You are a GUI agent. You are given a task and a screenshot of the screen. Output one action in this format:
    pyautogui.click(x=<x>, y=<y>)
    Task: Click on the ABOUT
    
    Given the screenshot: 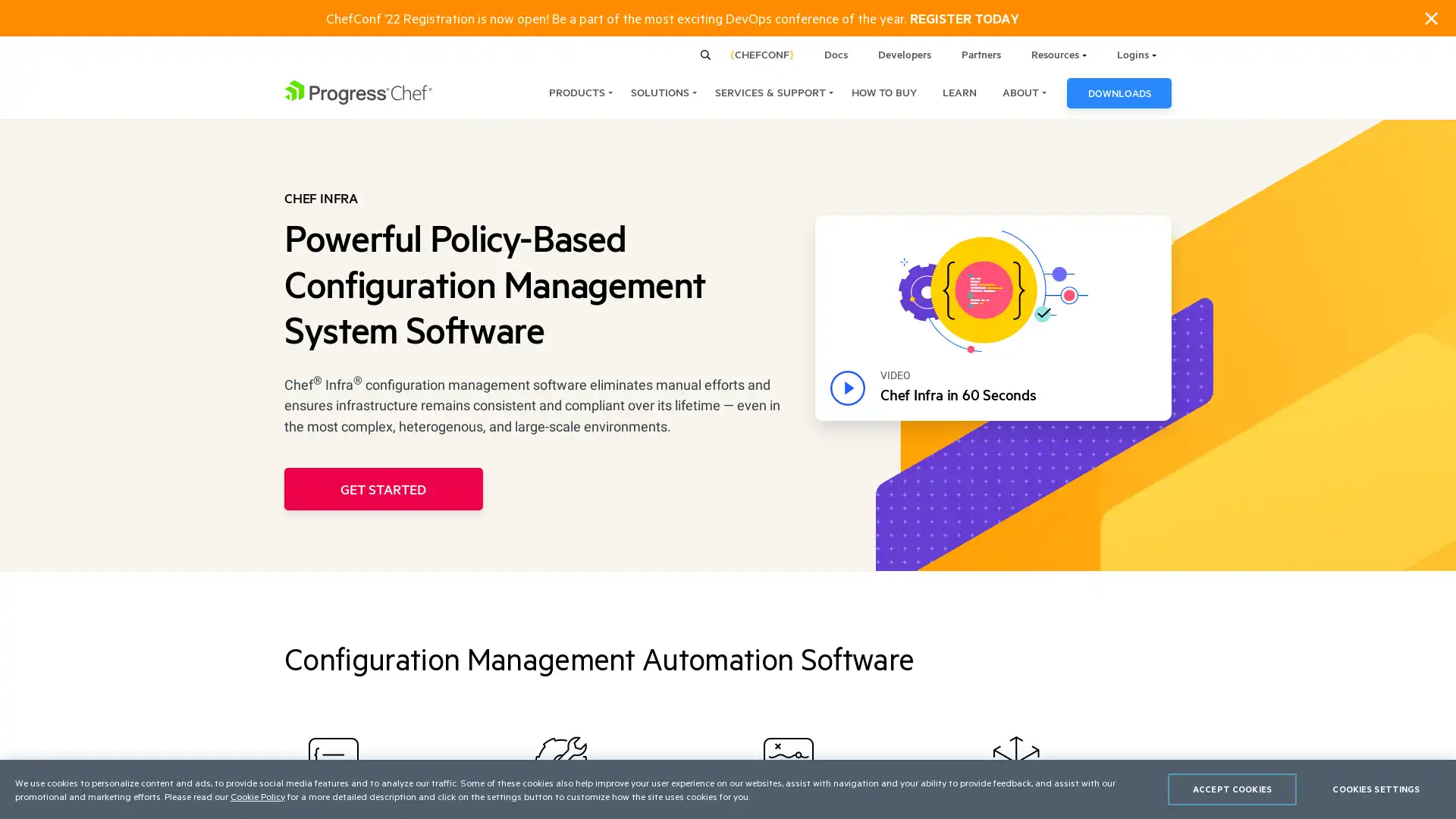 What is the action you would take?
    pyautogui.click(x=1020, y=93)
    